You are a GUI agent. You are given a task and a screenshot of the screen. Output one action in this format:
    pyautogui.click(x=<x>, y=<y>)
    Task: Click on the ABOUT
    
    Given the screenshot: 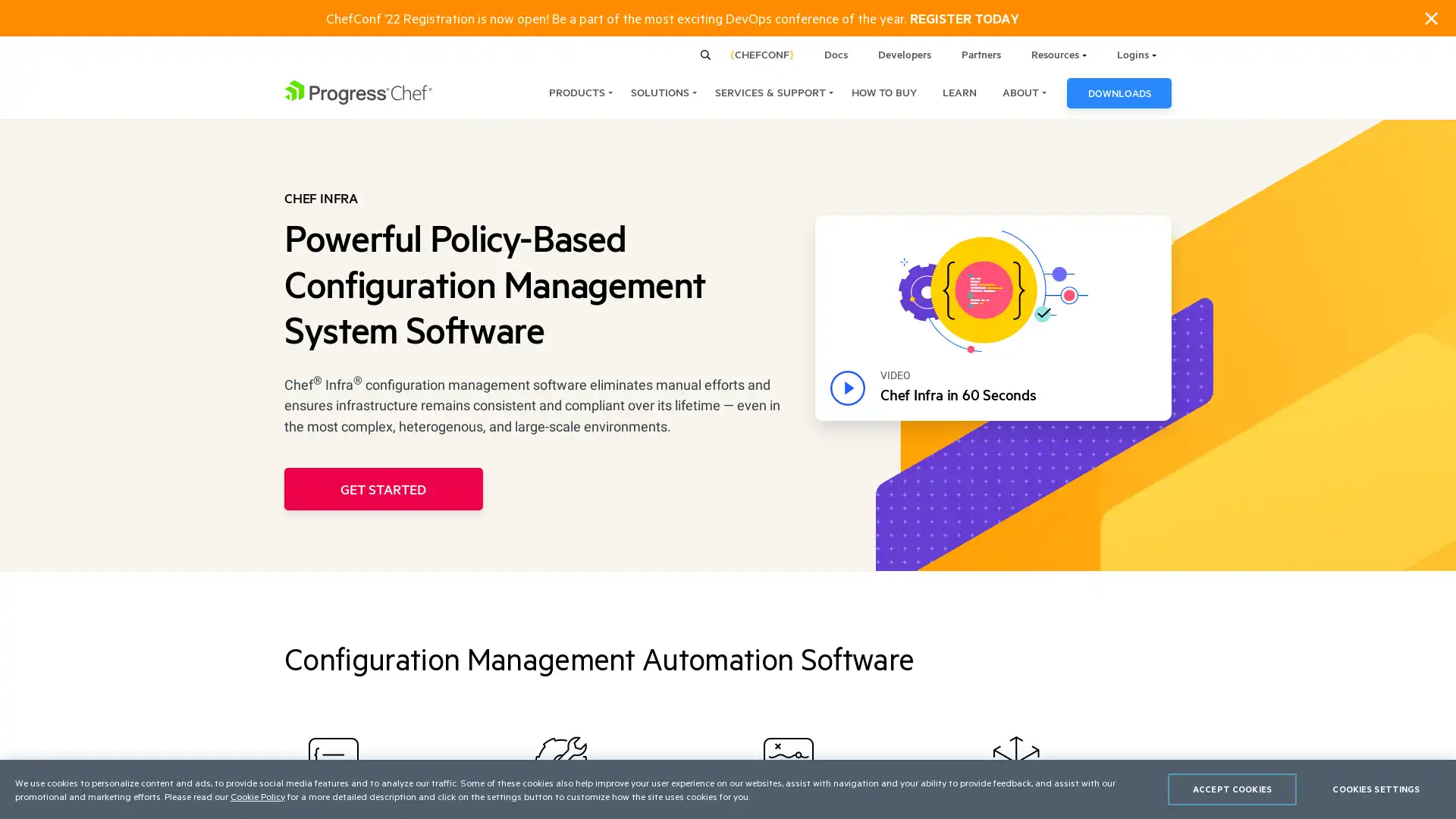 What is the action you would take?
    pyautogui.click(x=1020, y=93)
    